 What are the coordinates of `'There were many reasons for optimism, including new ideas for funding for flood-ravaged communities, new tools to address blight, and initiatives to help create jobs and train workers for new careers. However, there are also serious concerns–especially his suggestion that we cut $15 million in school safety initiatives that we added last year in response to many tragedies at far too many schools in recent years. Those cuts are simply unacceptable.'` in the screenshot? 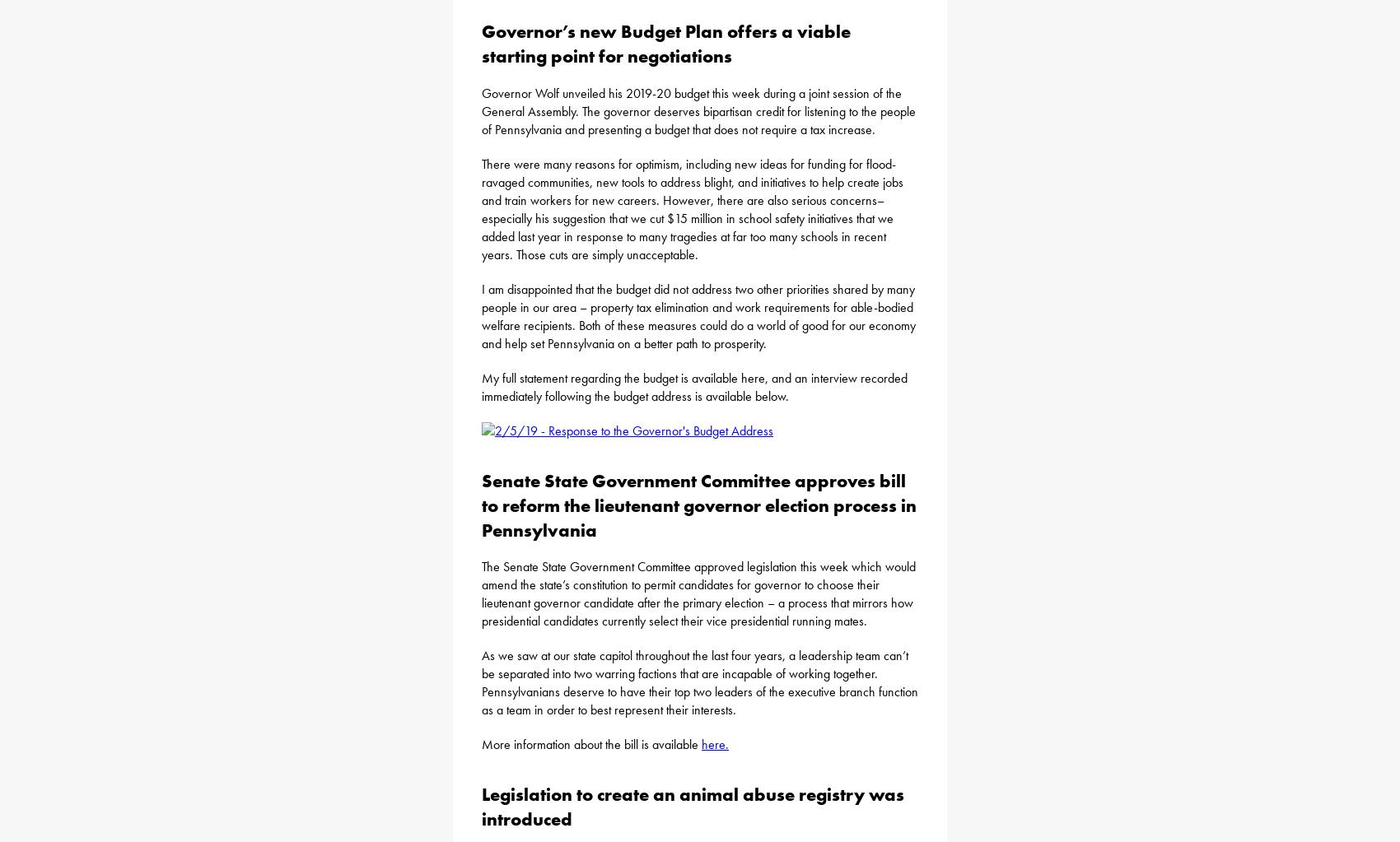 It's located at (691, 208).